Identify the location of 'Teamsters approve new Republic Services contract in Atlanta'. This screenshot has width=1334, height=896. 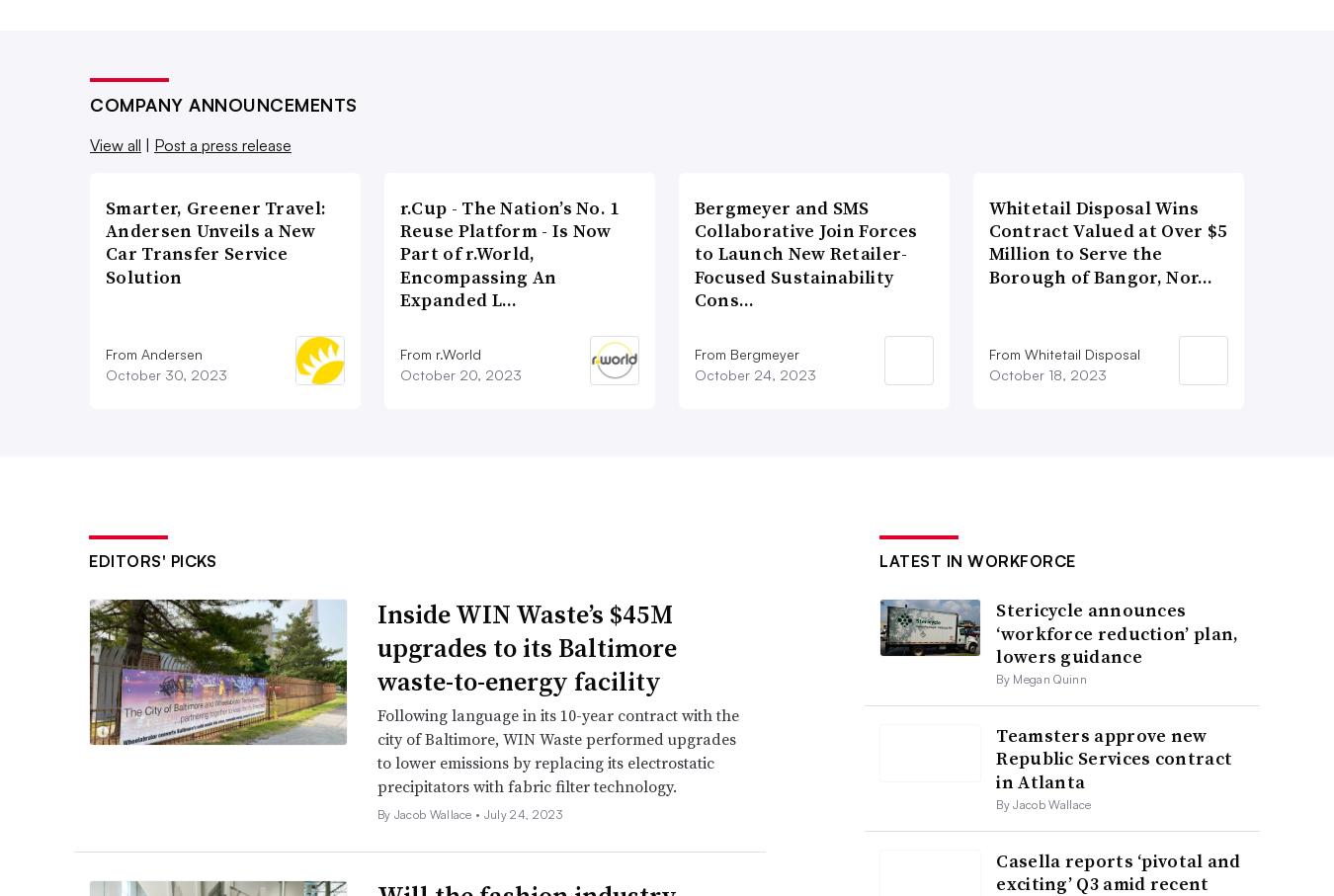
(1113, 757).